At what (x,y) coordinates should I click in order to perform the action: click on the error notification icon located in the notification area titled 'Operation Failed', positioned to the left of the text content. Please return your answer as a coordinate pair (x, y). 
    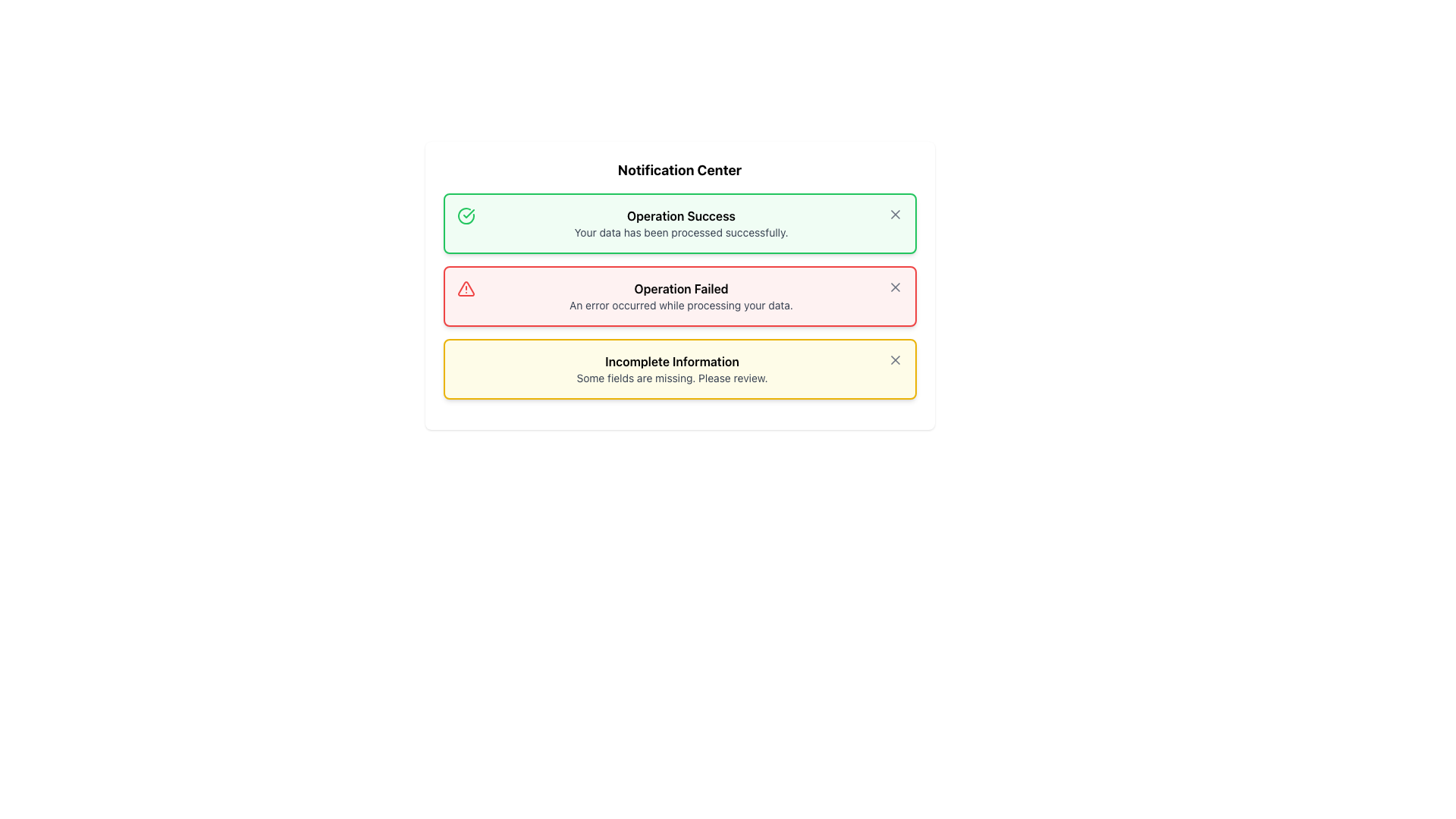
    Looking at the image, I should click on (465, 289).